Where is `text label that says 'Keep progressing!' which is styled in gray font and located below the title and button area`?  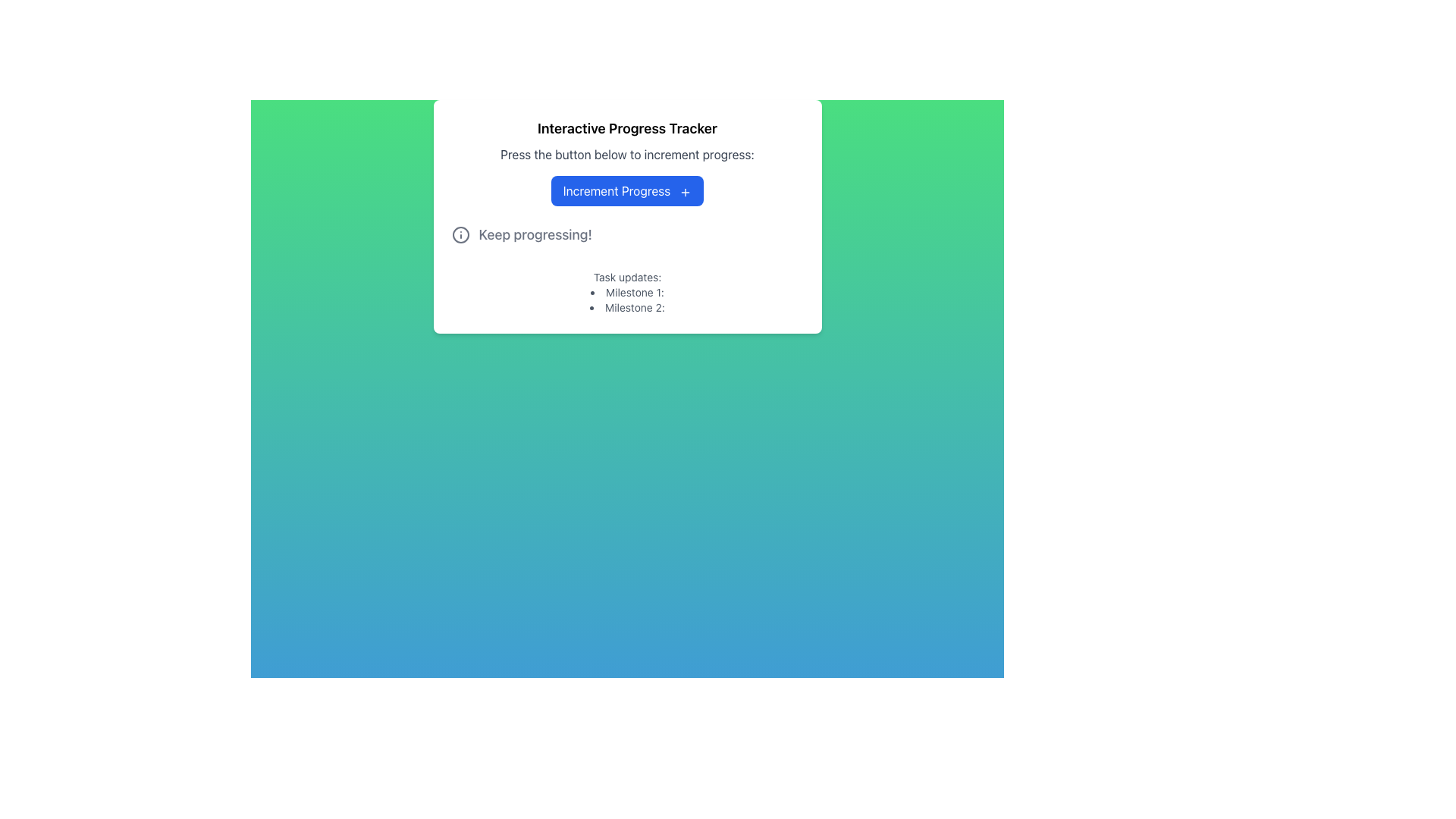
text label that says 'Keep progressing!' which is styled in gray font and located below the title and button area is located at coordinates (535, 234).